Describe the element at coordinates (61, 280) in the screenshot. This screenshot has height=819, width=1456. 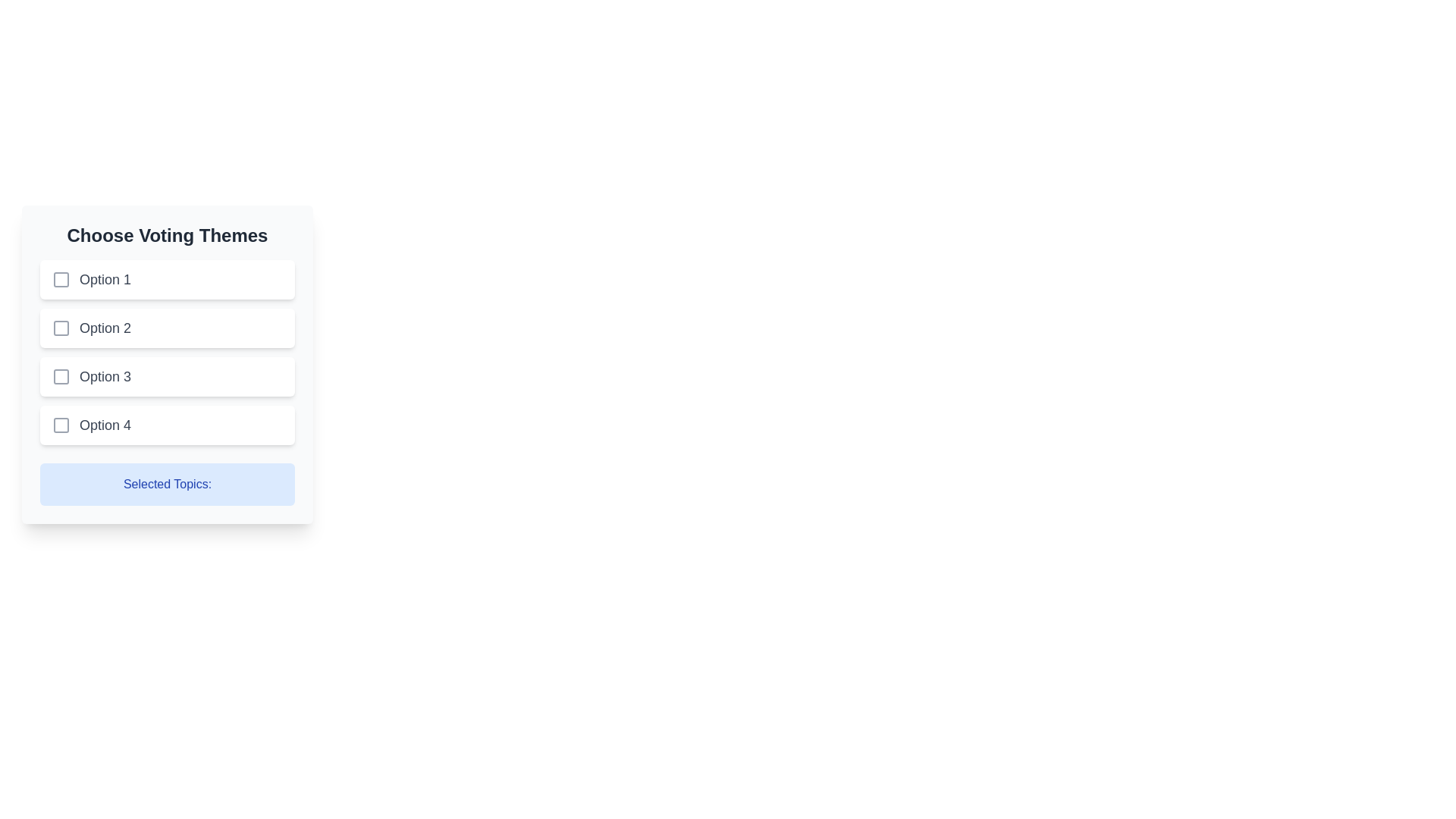
I see `the central portion of the first checkbox option in the 'Choose Voting Themes' list` at that location.